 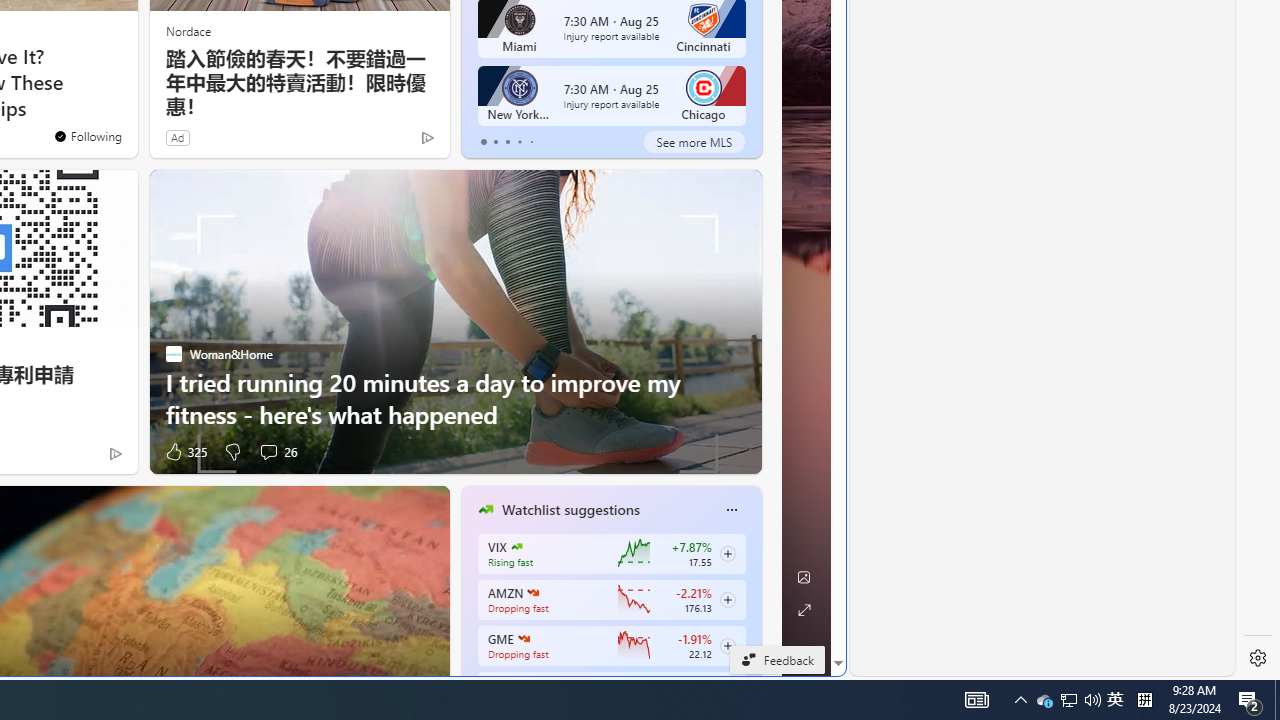 I want to click on '325 Like', so click(x=184, y=451).